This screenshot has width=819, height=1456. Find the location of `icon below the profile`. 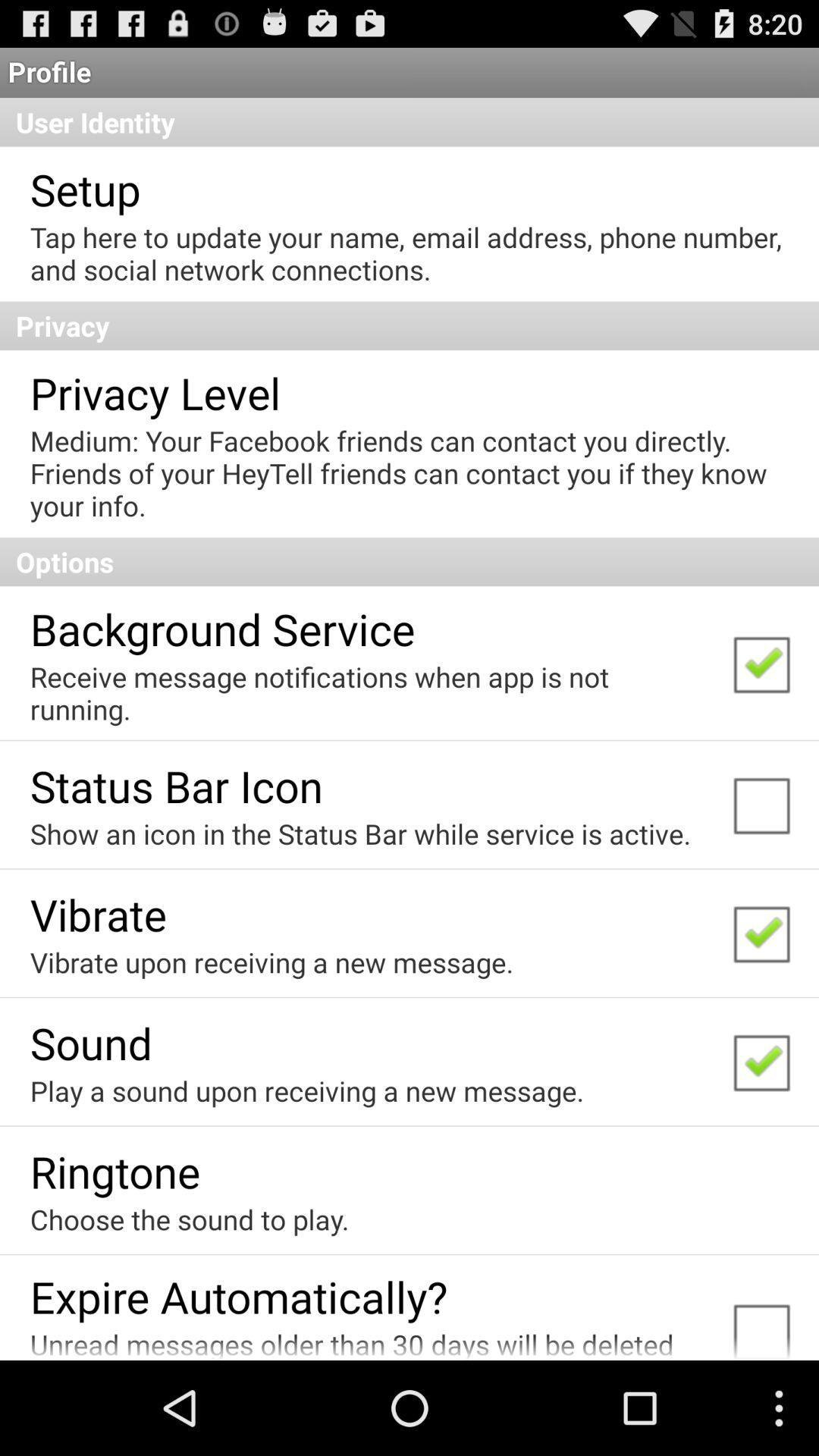

icon below the profile is located at coordinates (409, 122).